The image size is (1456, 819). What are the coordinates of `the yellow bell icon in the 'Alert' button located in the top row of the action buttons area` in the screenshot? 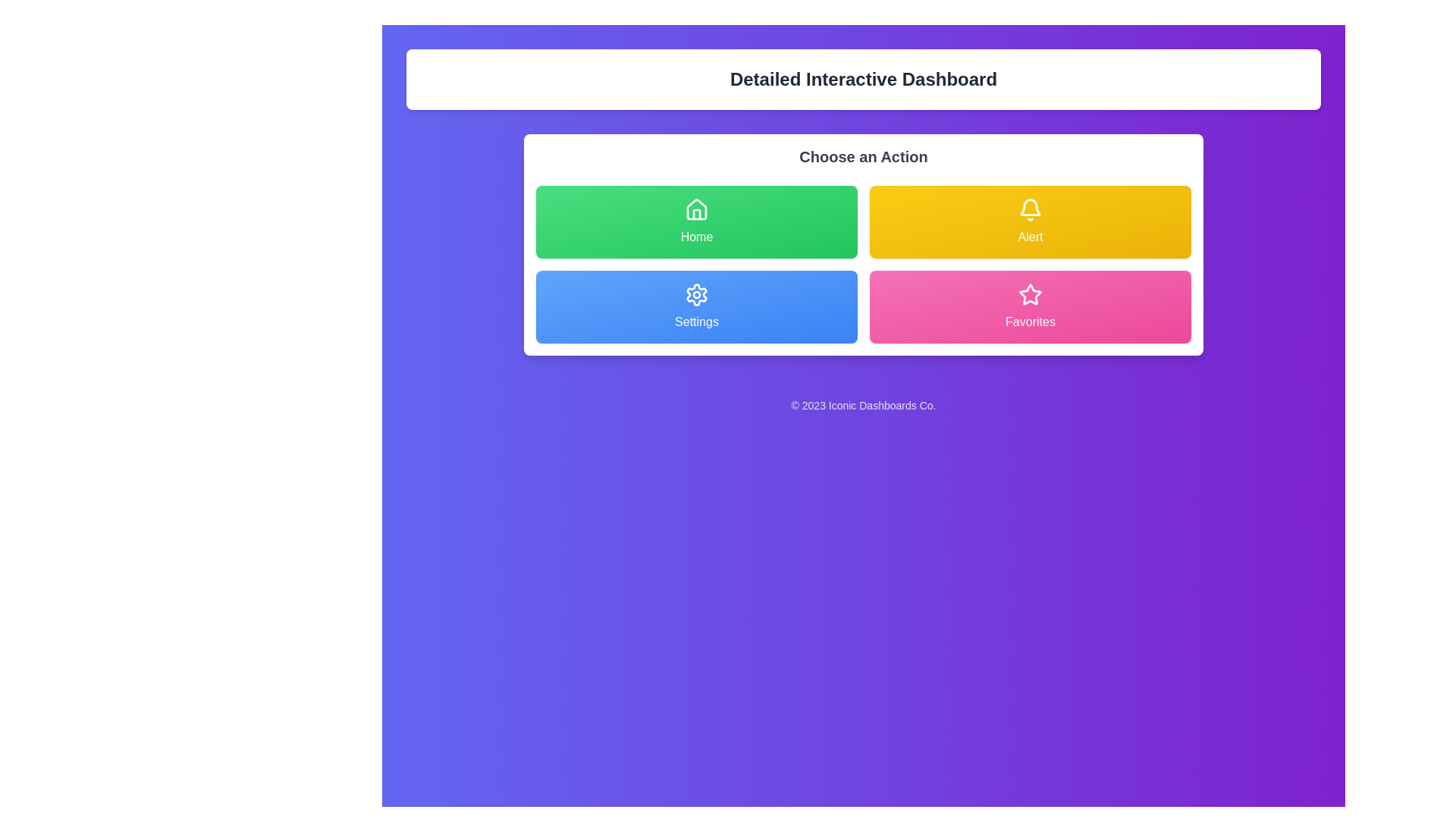 It's located at (1030, 207).